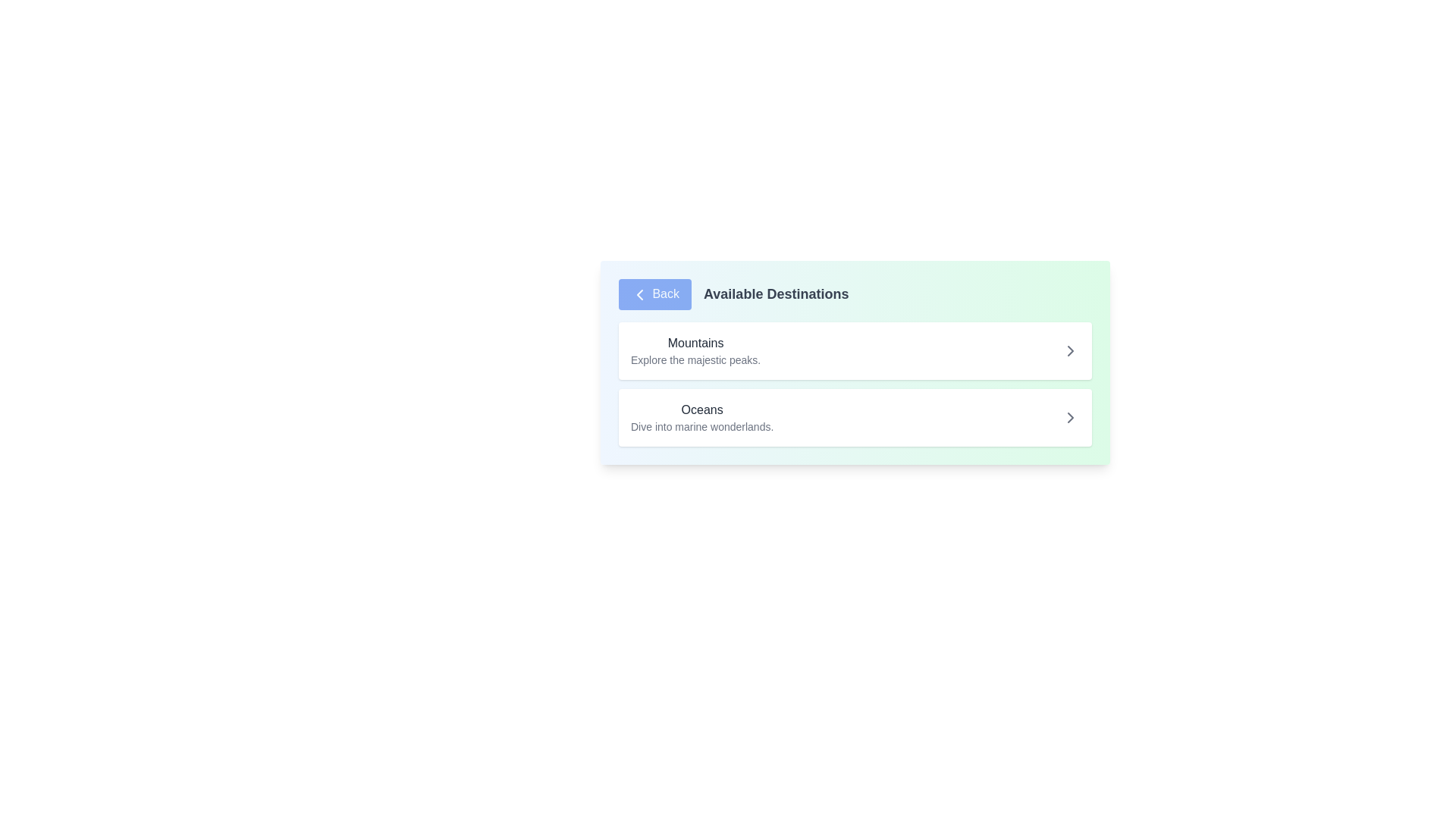  I want to click on the Navigation List with Items located under the 'Available Destinations' heading, which allows users to select 'Mountains' or 'Oceans', so click(855, 382).